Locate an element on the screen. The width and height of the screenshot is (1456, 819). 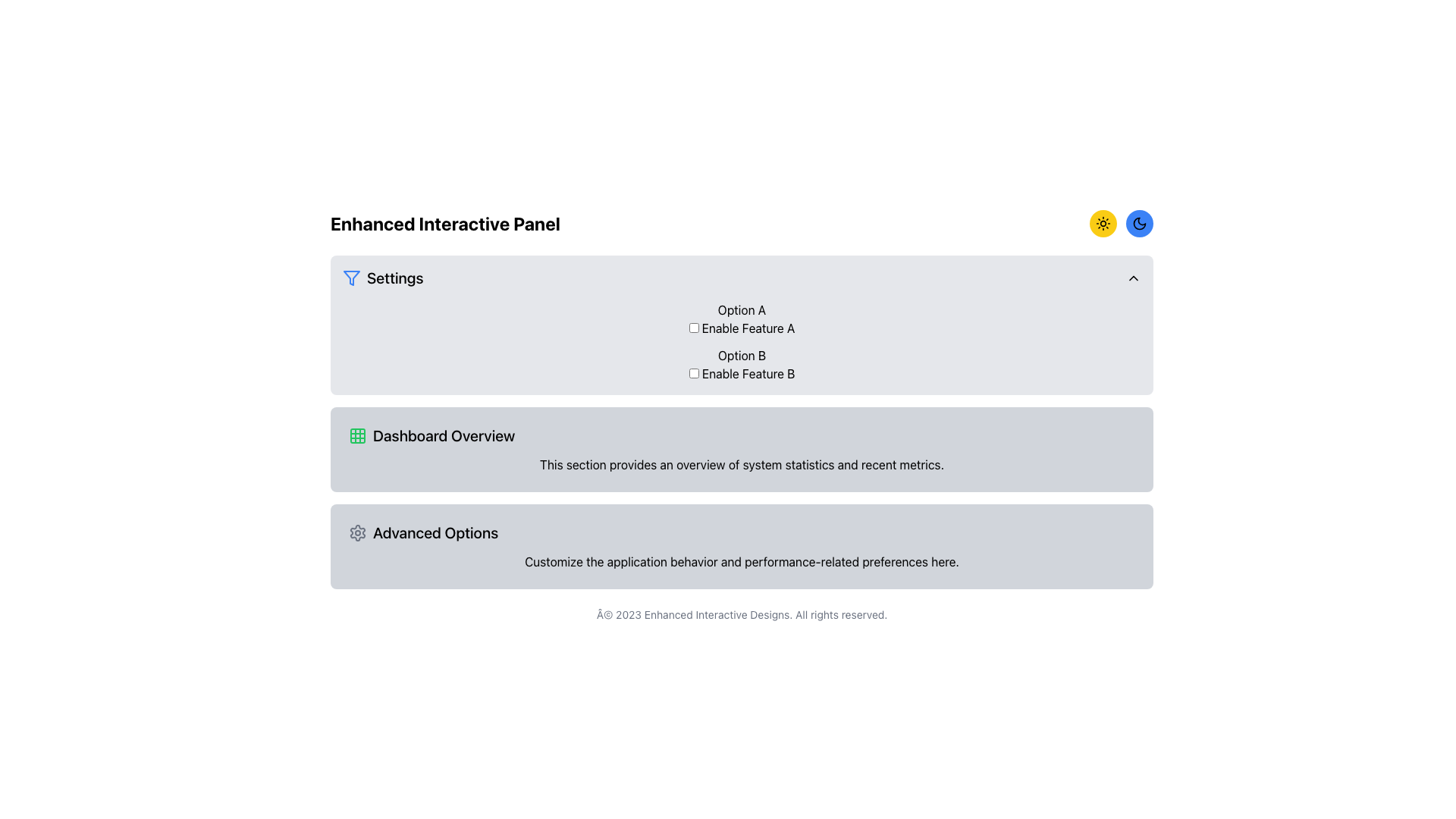
the Settings icon located to the left of the 'Settings' text in the header section of the interface as a visual cue is located at coordinates (351, 278).